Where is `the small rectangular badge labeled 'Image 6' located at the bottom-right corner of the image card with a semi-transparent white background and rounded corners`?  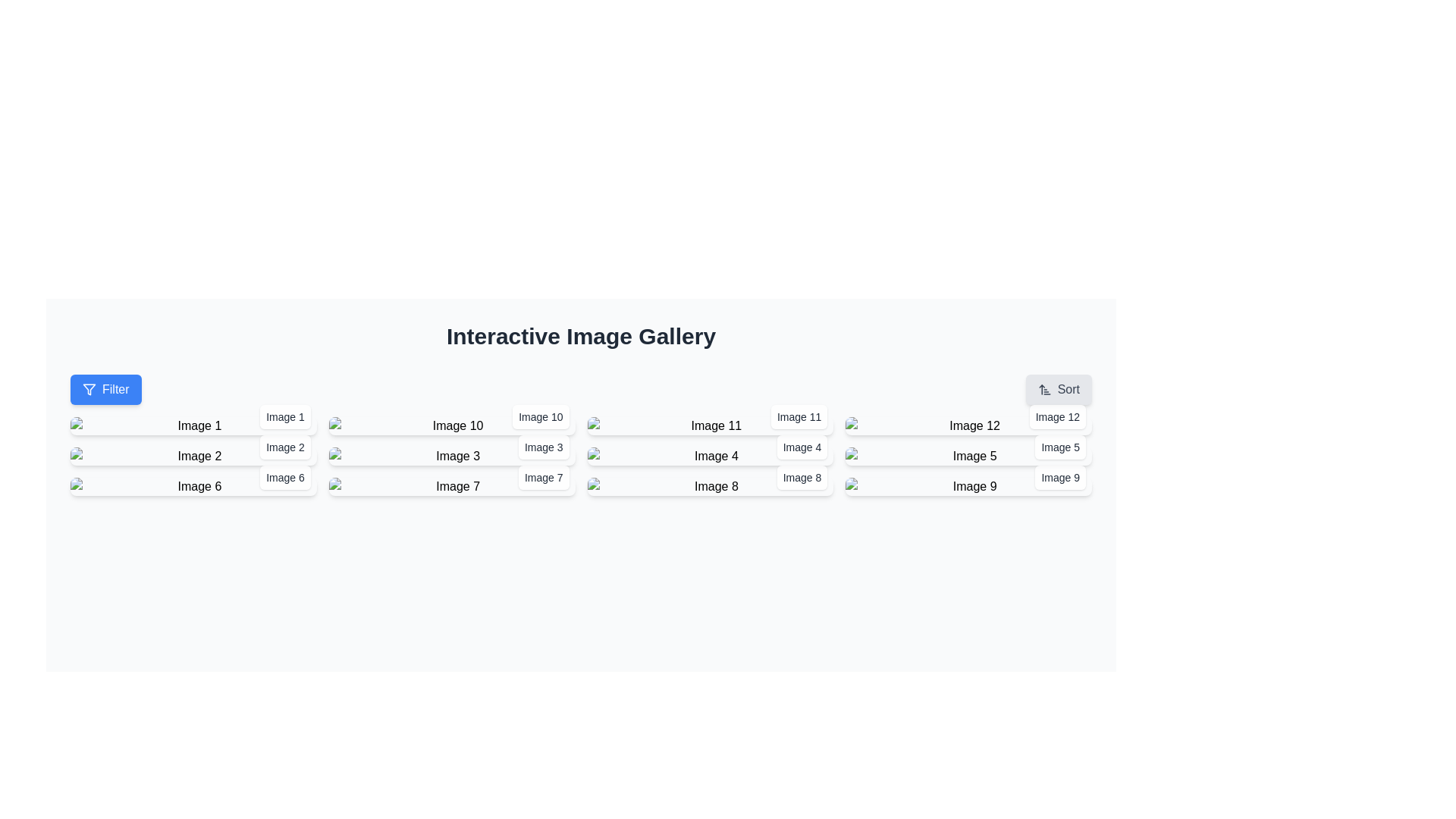
the small rectangular badge labeled 'Image 6' located at the bottom-right corner of the image card with a semi-transparent white background and rounded corners is located at coordinates (285, 476).